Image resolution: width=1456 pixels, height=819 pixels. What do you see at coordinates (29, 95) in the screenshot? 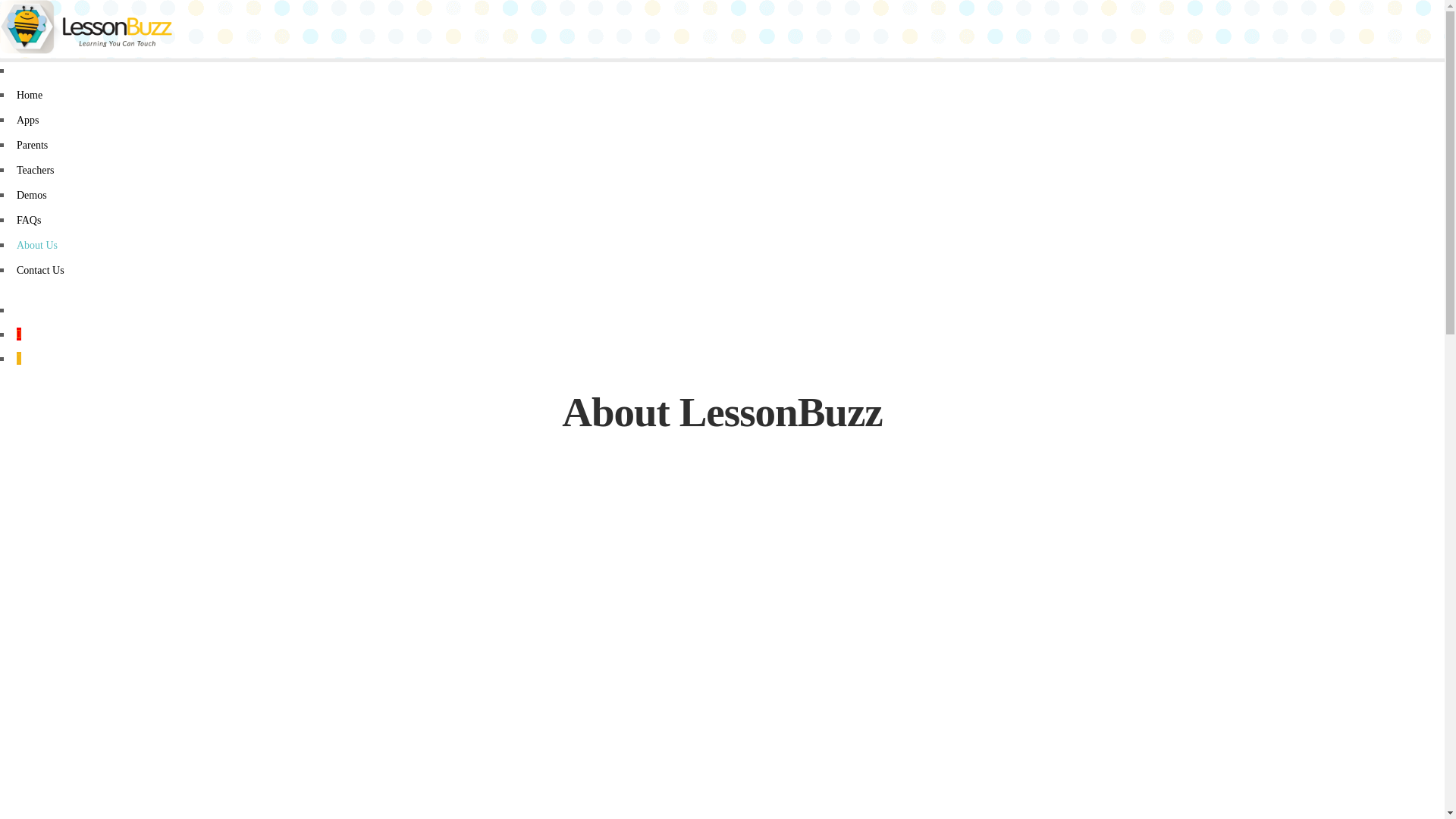
I see `'Home'` at bounding box center [29, 95].